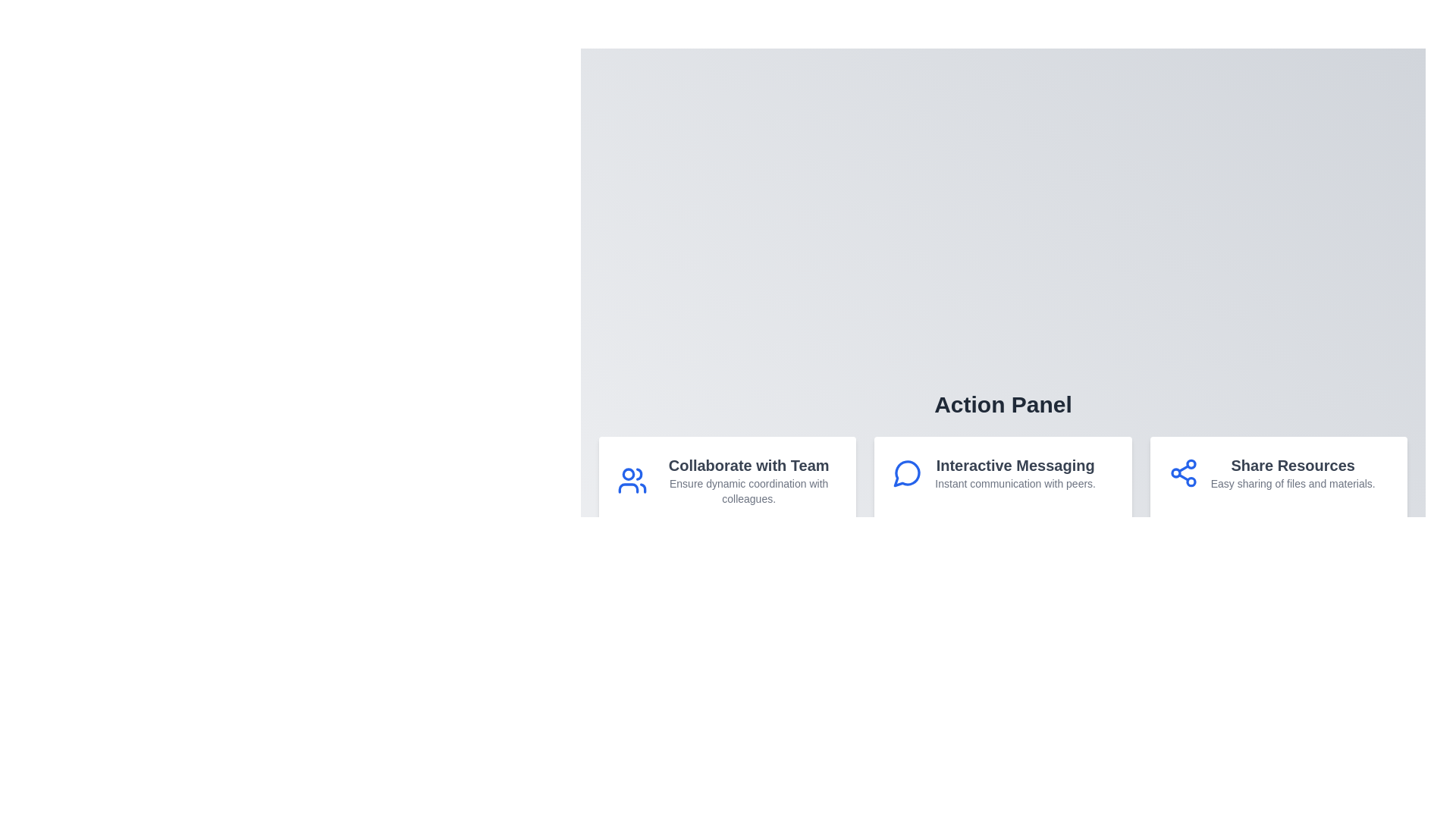 This screenshot has width=1456, height=819. I want to click on the text label reading 'Action Panel' which is styled with large, bold text and is positioned centrally above the cards titled 'Collaborate with Team,' 'Interactive Messaging,' and 'Share Resources.', so click(1003, 403).